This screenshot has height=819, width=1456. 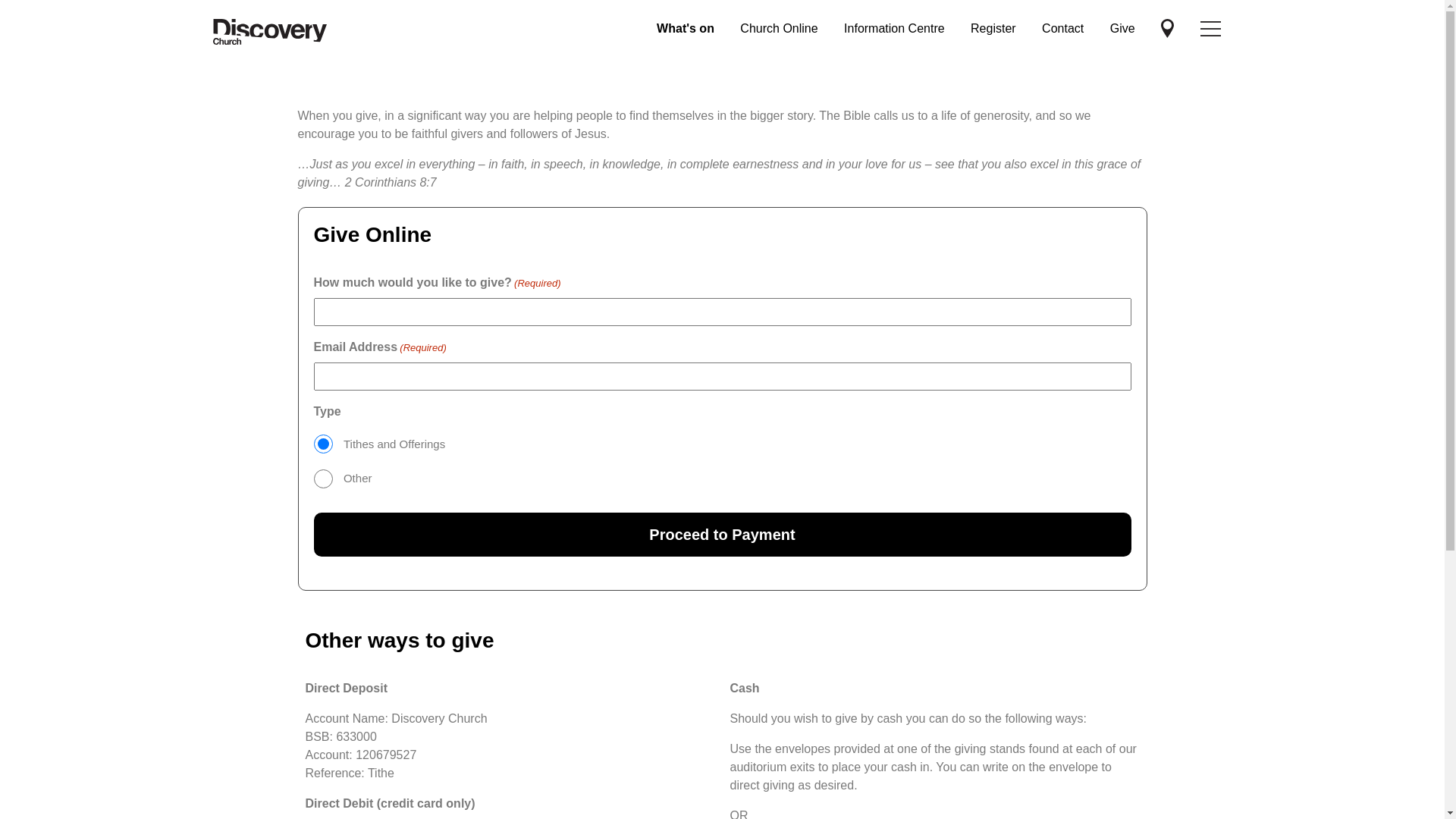 I want to click on 'Information Centre', so click(x=832, y=28).